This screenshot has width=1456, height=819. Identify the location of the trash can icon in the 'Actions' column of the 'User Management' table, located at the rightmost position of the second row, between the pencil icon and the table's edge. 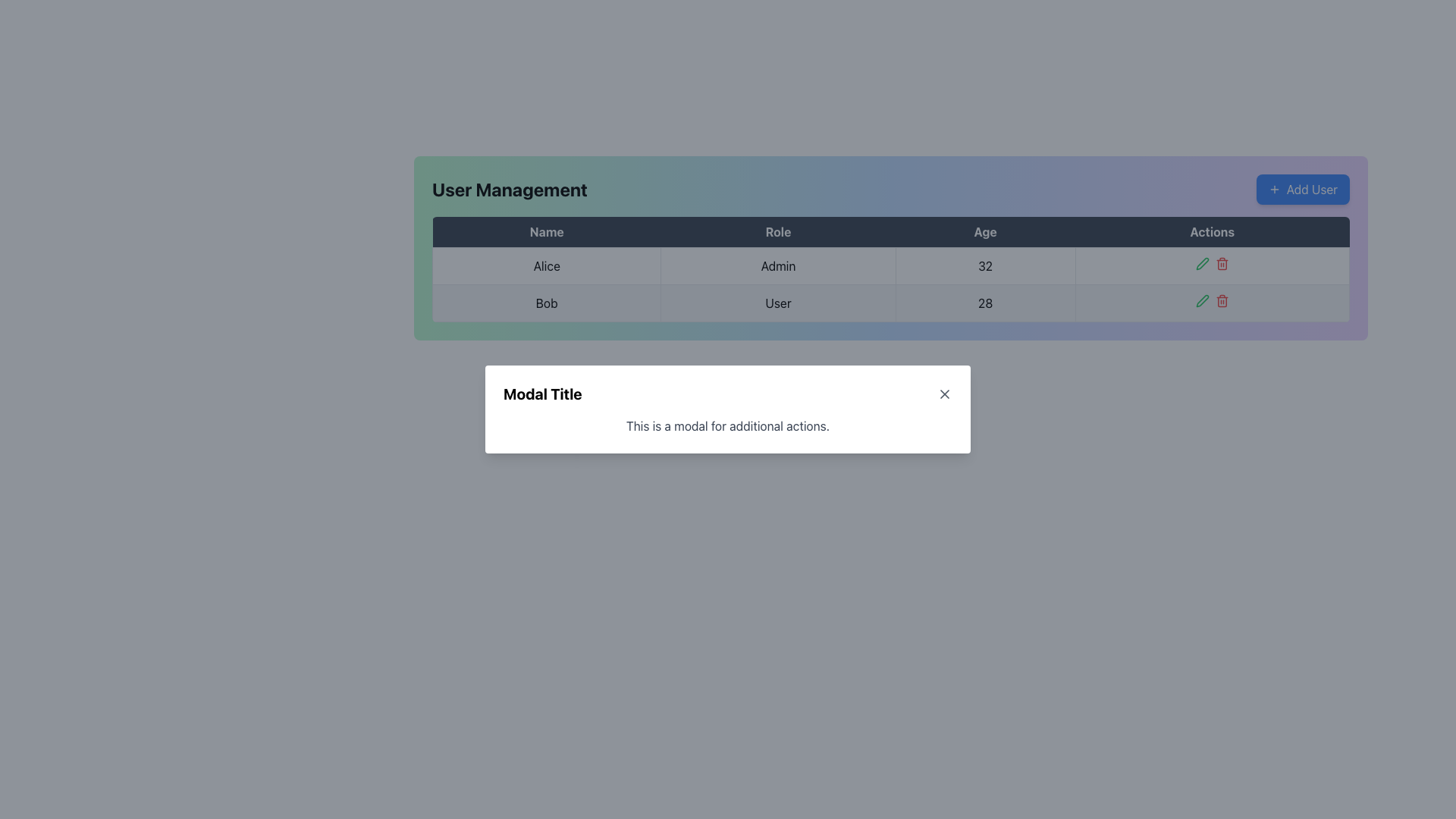
(1222, 264).